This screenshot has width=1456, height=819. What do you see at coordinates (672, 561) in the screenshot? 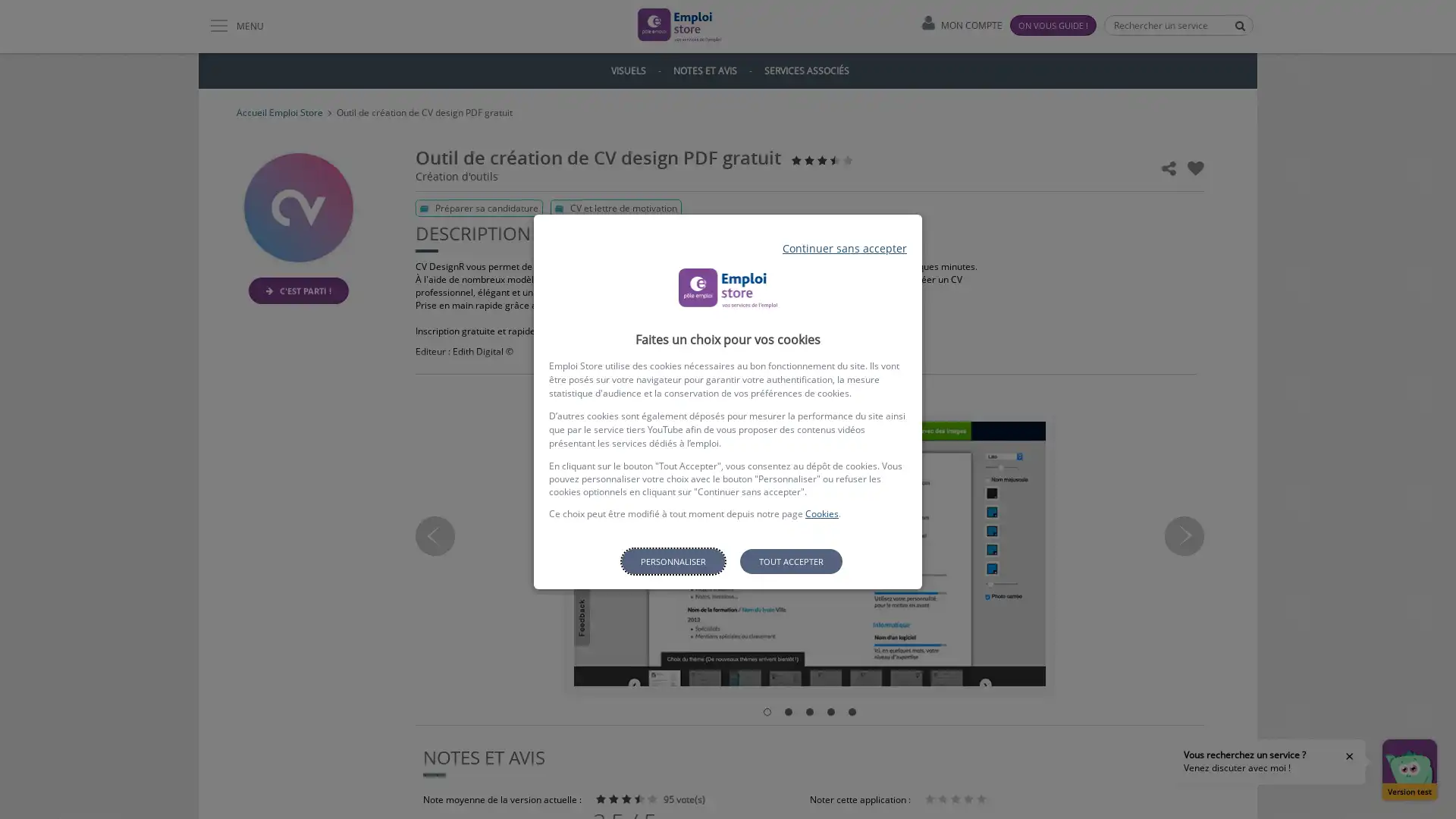
I see `Personnaliser les parametres de confidentialite` at bounding box center [672, 561].